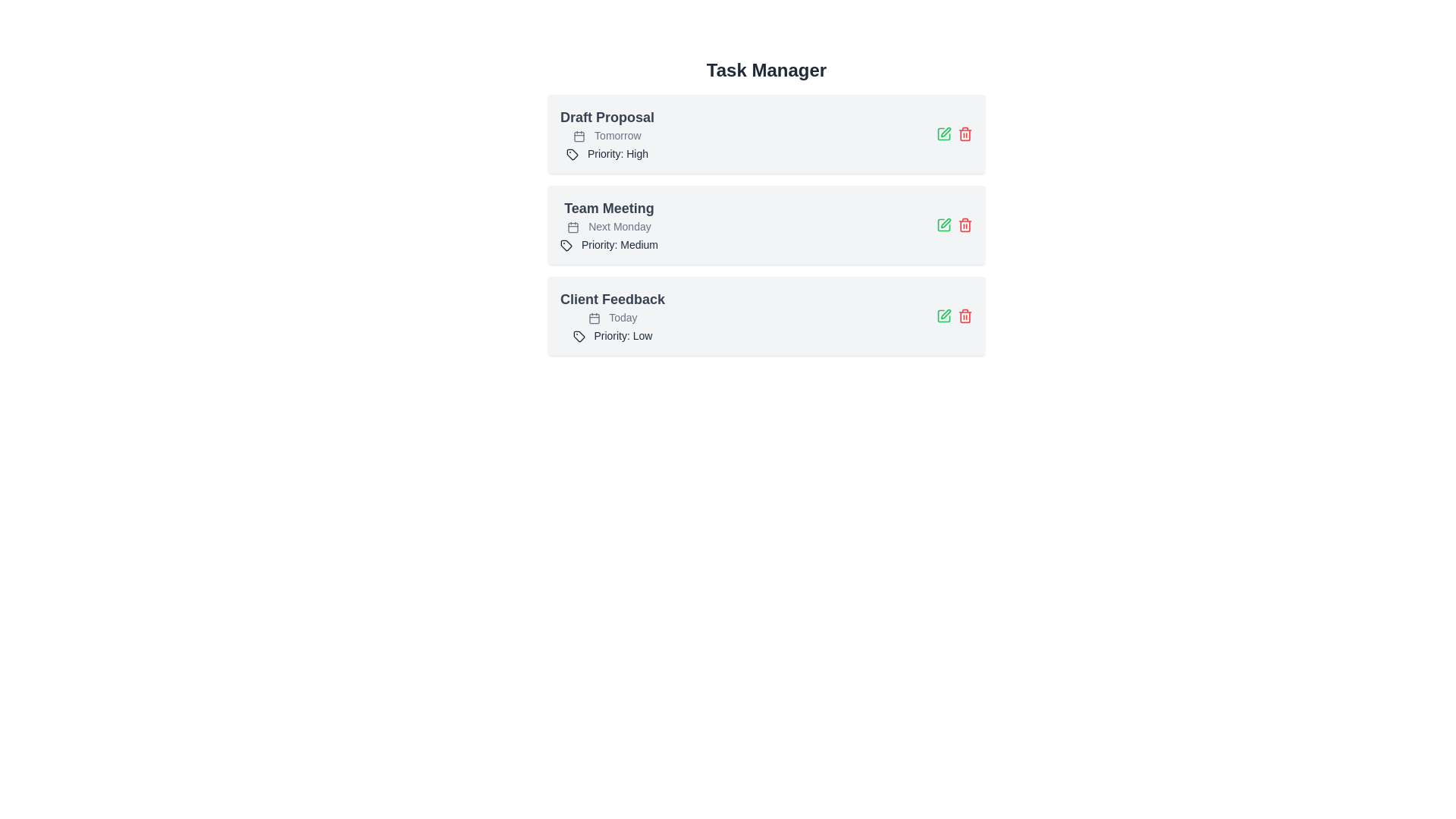 The image size is (1456, 819). What do you see at coordinates (943, 133) in the screenshot?
I see `the square-shaped icon with a bold outline located in the second task item 'Team Meeting' in the third column of icons` at bounding box center [943, 133].